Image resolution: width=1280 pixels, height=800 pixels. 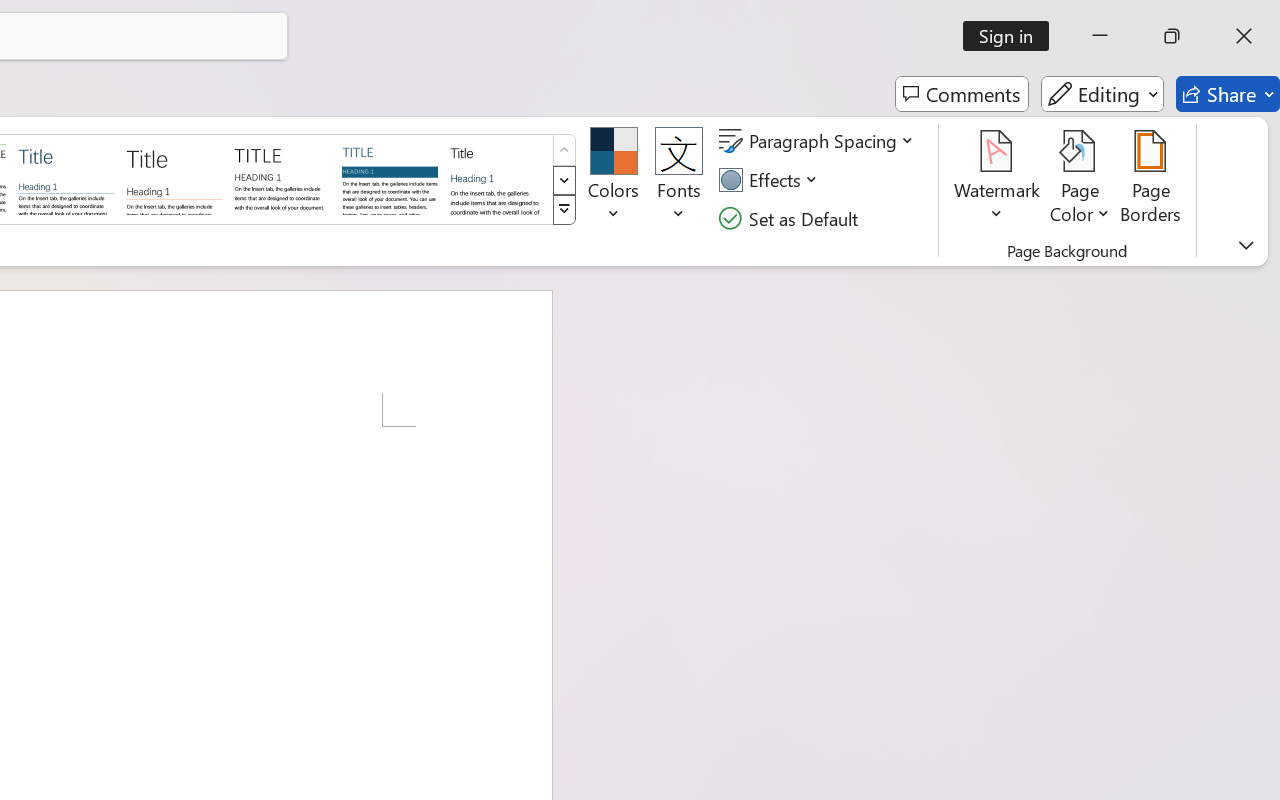 What do you see at coordinates (612, 179) in the screenshot?
I see `'Colors'` at bounding box center [612, 179].